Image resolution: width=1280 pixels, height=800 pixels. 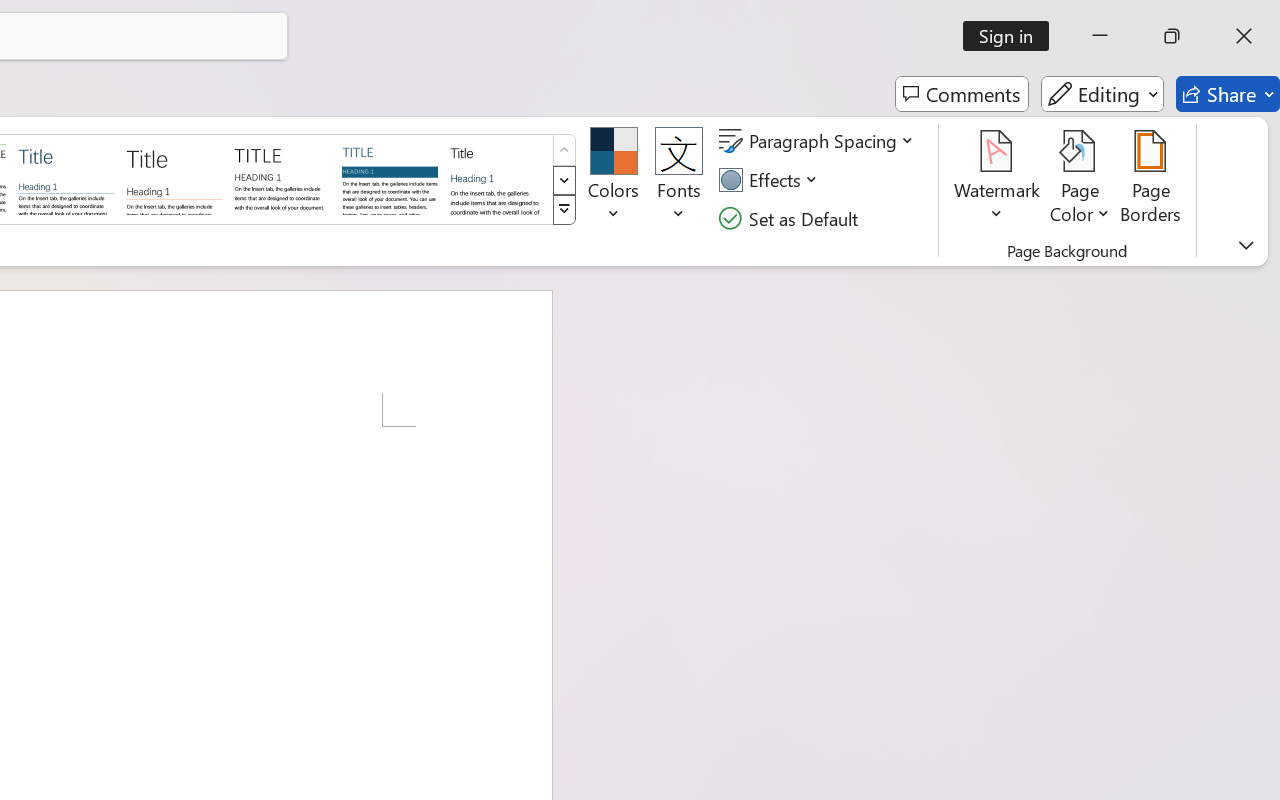 What do you see at coordinates (612, 179) in the screenshot?
I see `'Colors'` at bounding box center [612, 179].